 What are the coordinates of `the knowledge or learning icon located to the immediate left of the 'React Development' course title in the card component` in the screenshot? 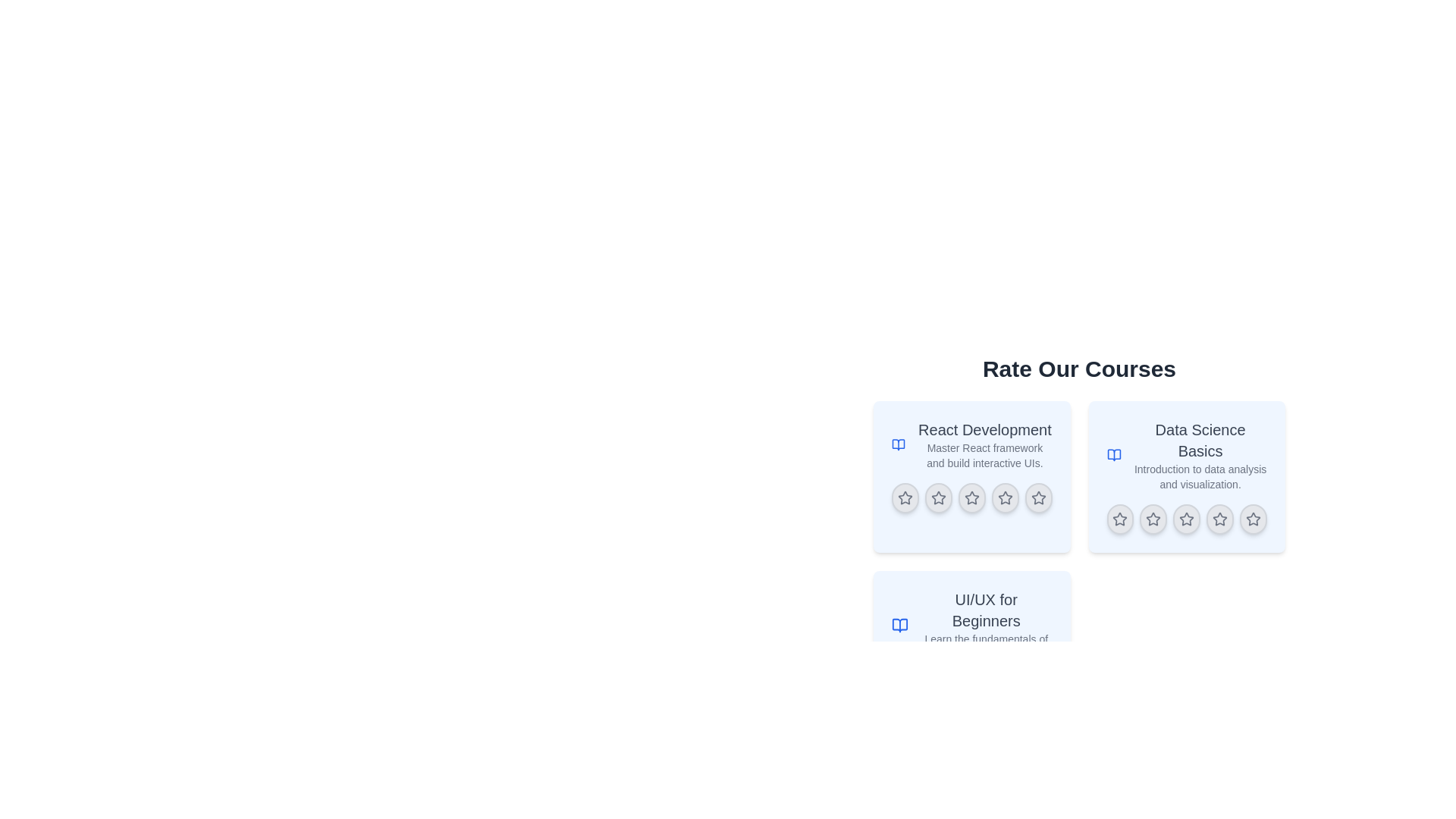 It's located at (899, 444).